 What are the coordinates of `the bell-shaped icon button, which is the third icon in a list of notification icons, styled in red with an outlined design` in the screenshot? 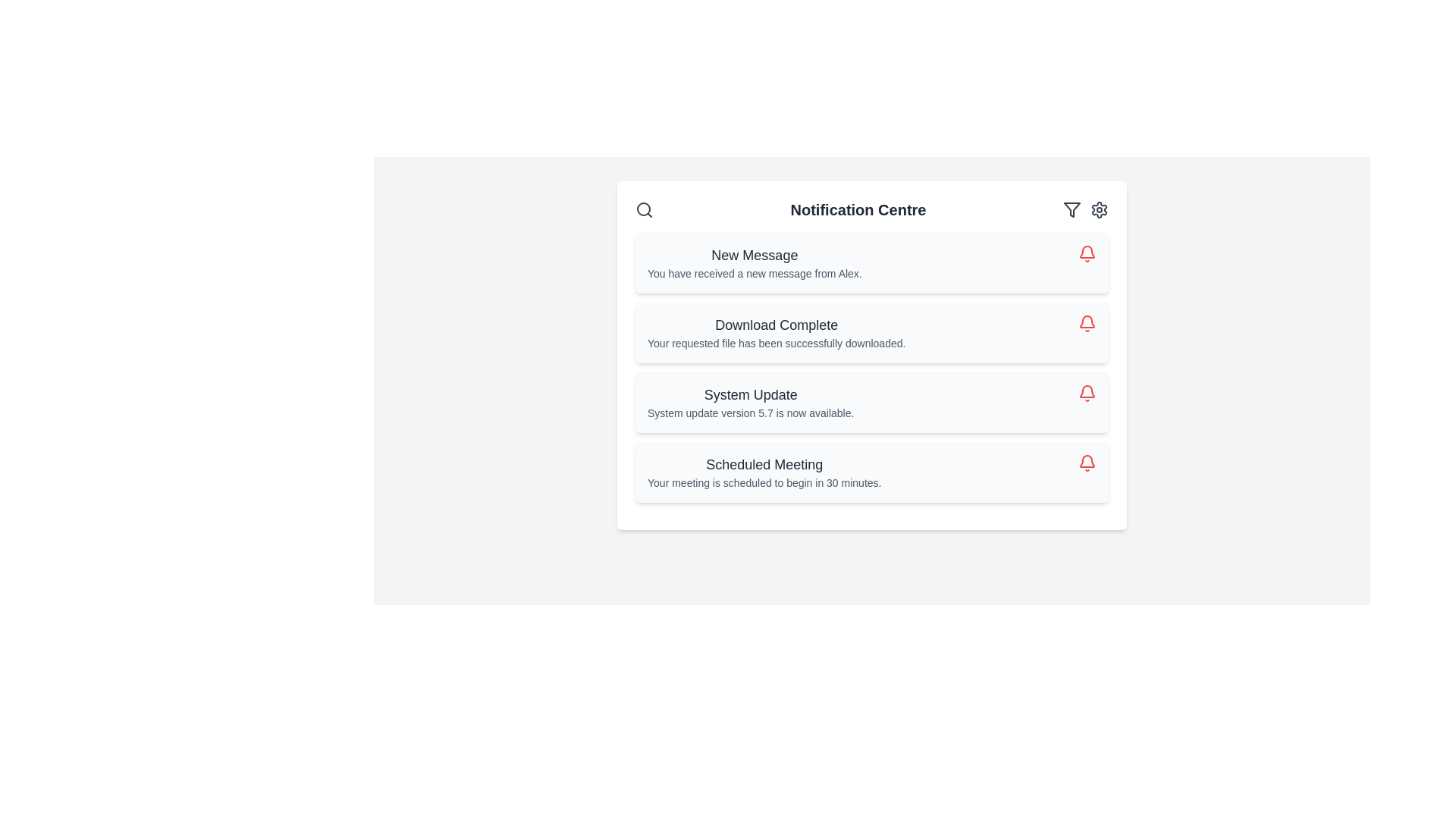 It's located at (1087, 393).